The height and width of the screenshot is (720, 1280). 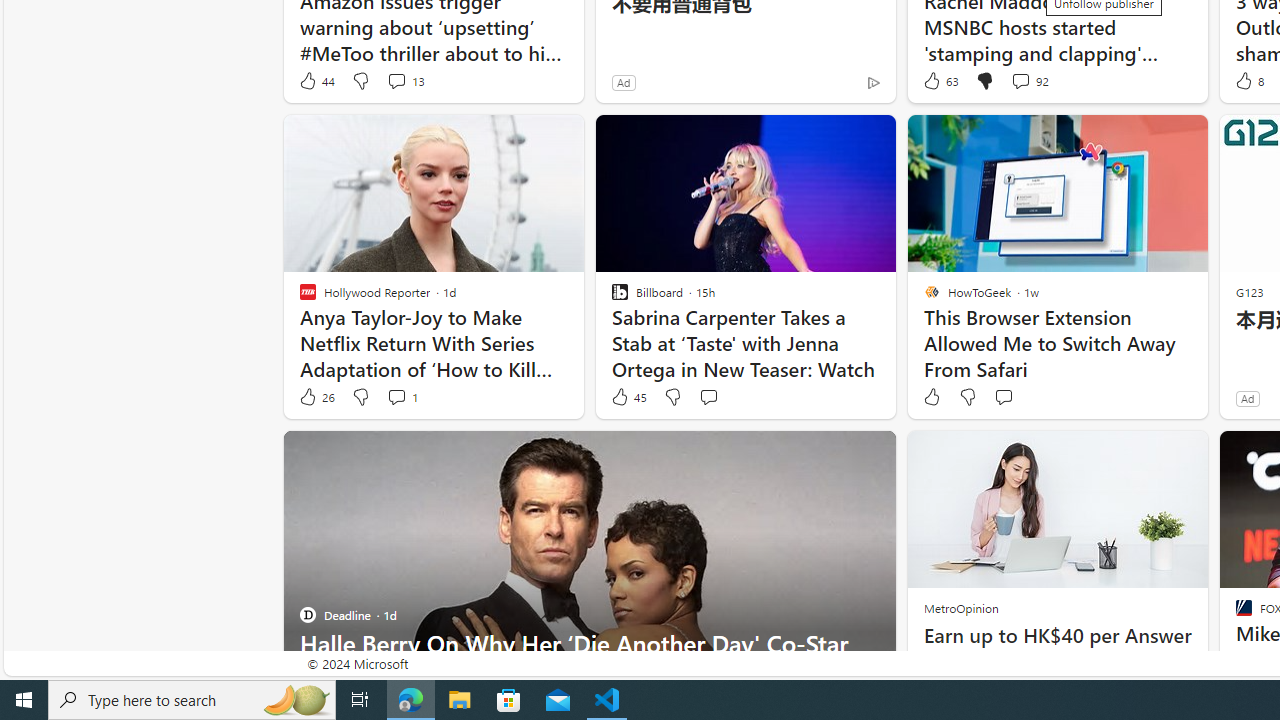 What do you see at coordinates (1248, 291) in the screenshot?
I see `'G123'` at bounding box center [1248, 291].